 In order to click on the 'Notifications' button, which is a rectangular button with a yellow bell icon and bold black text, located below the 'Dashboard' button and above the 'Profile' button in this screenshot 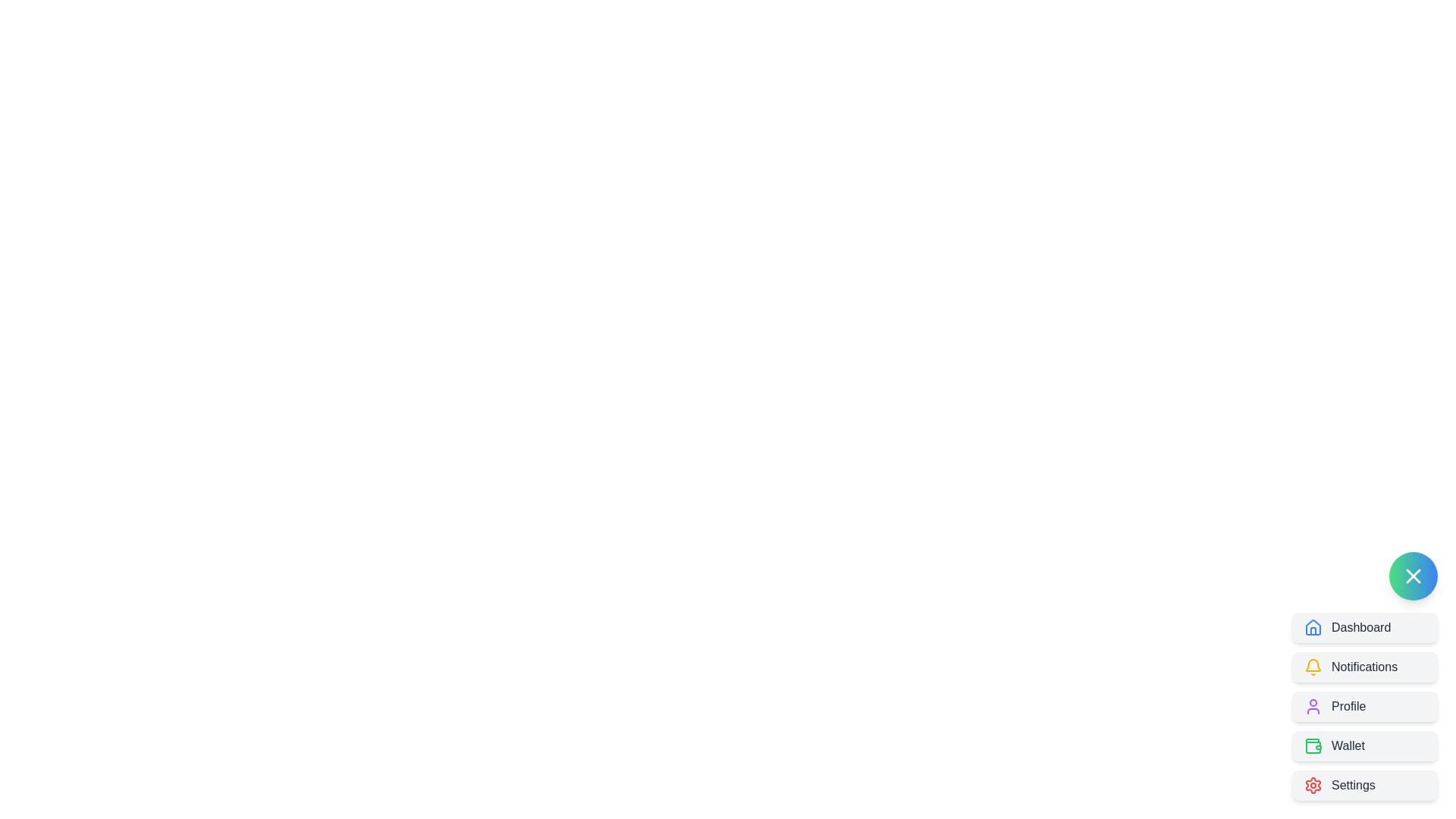, I will do `click(1365, 666)`.